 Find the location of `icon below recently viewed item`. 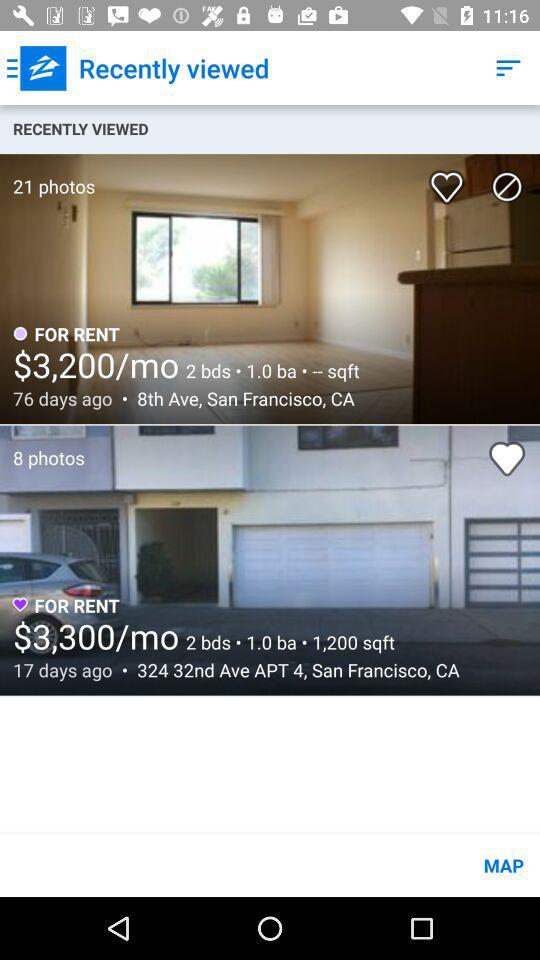

icon below recently viewed item is located at coordinates (507, 186).